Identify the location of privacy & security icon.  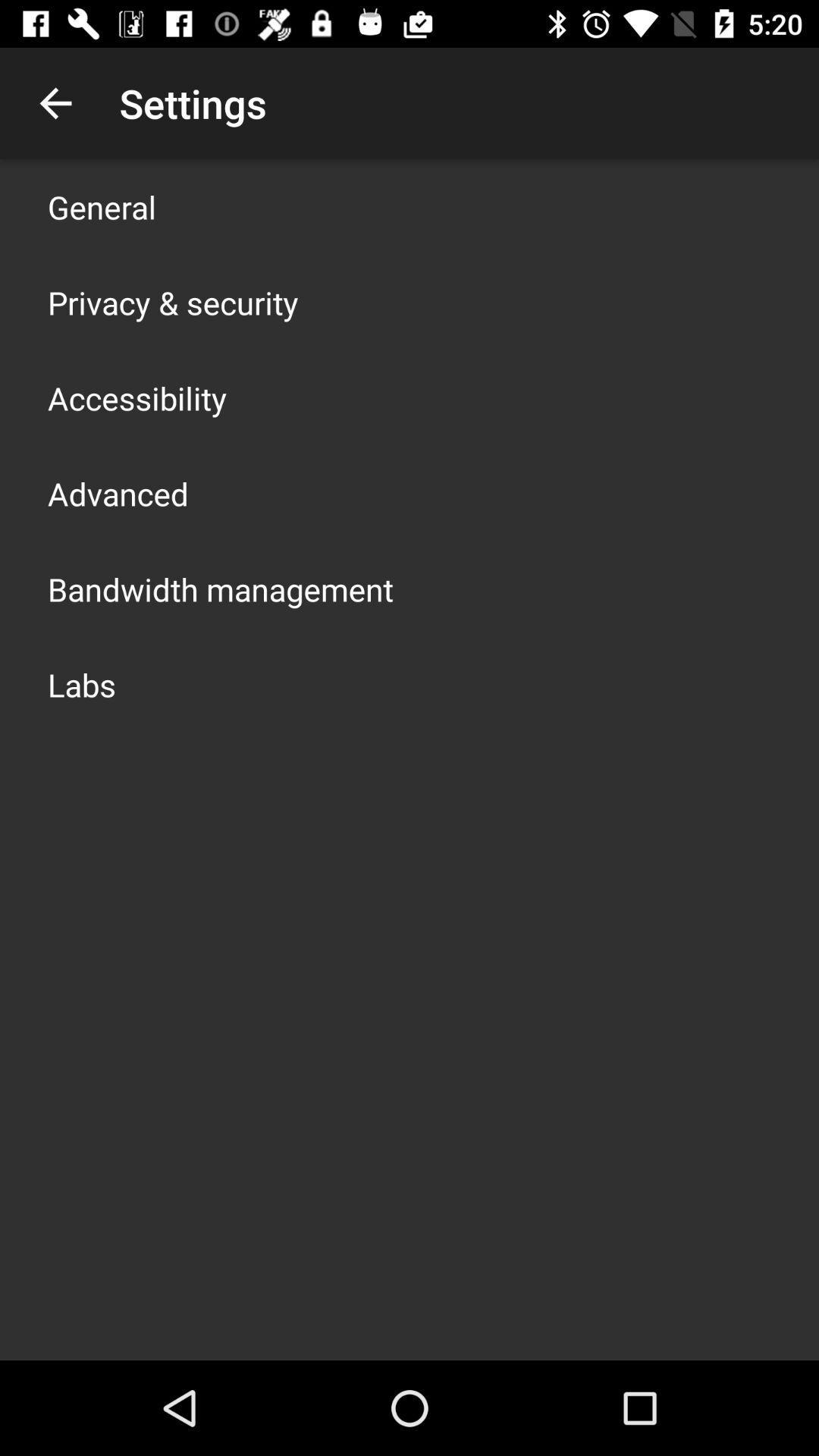
(172, 302).